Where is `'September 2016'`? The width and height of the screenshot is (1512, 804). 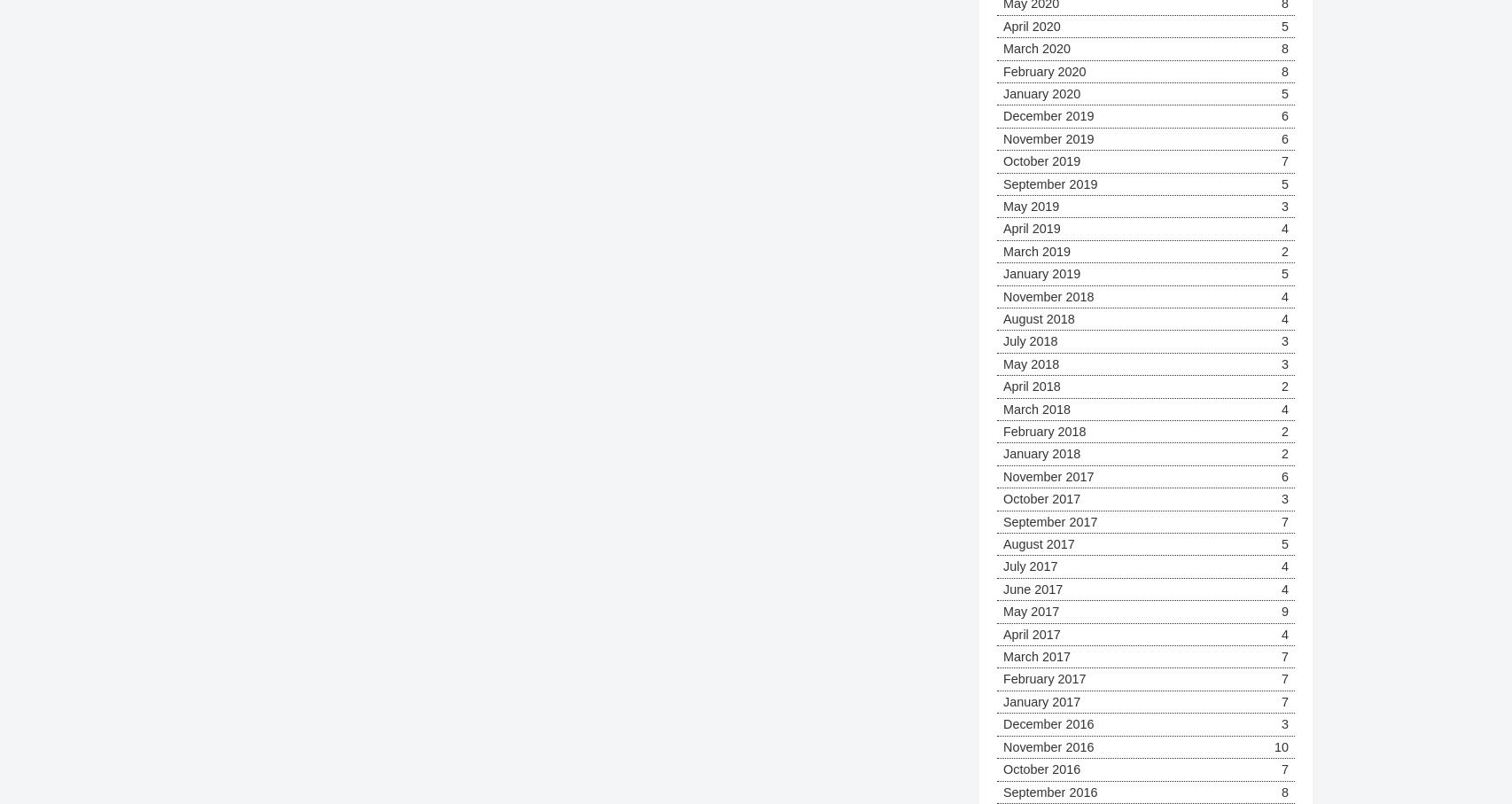
'September 2016' is located at coordinates (1049, 792).